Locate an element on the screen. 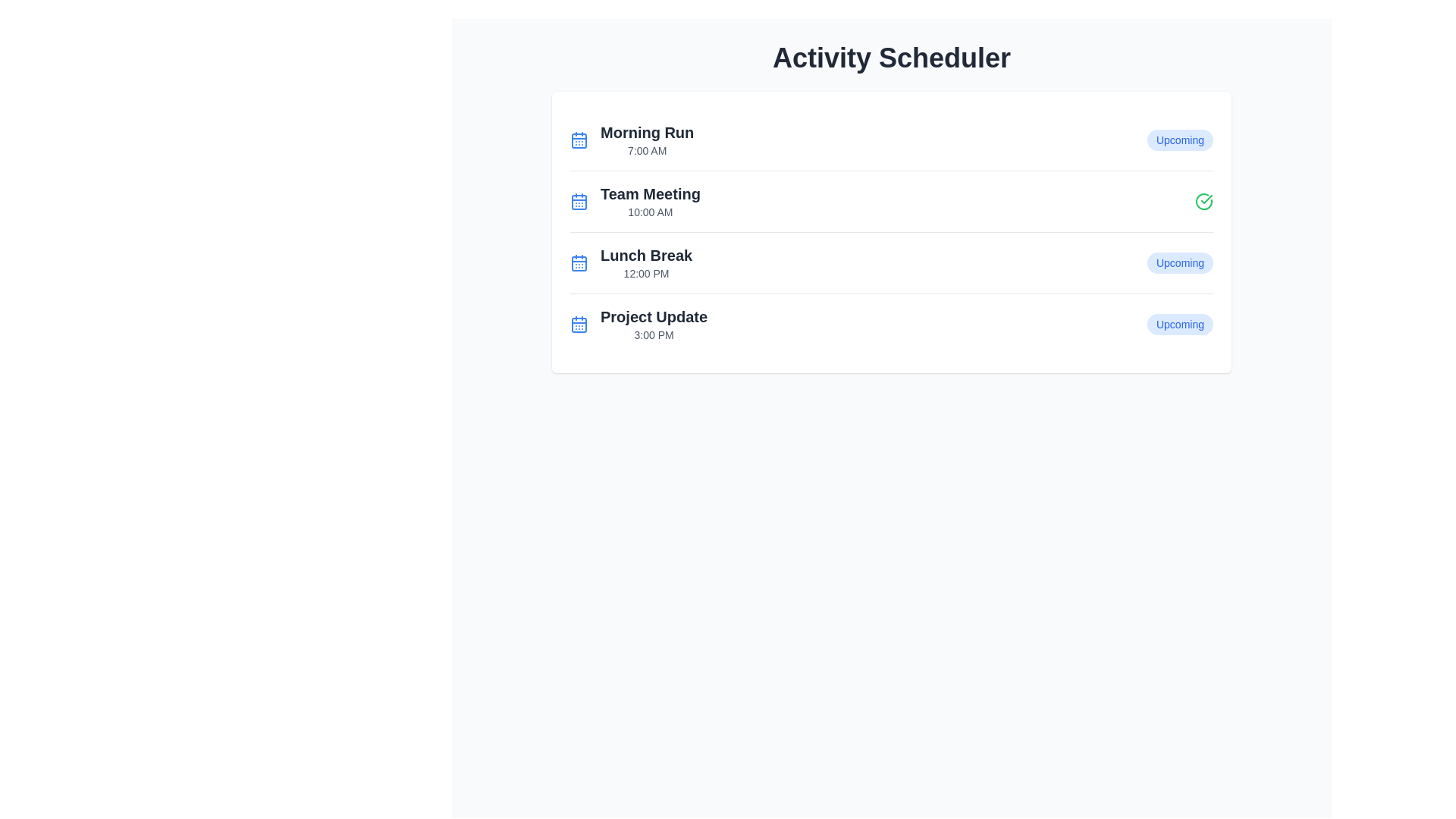  the completion icon located on the right side of the 'Team Meeting' row is located at coordinates (1203, 201).